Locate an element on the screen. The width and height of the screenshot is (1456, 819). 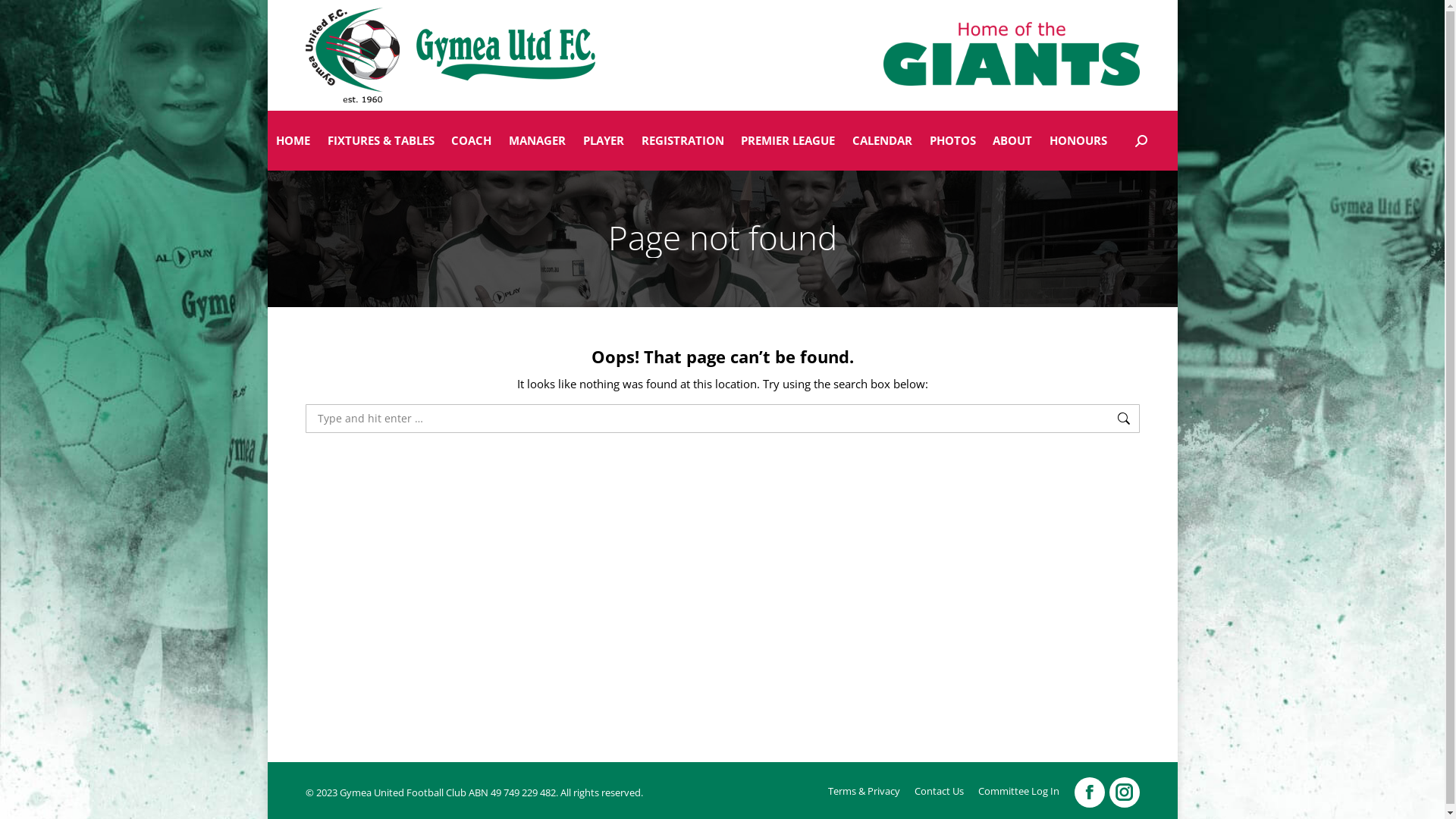
'FIXTURES & TABLES' is located at coordinates (318, 140).